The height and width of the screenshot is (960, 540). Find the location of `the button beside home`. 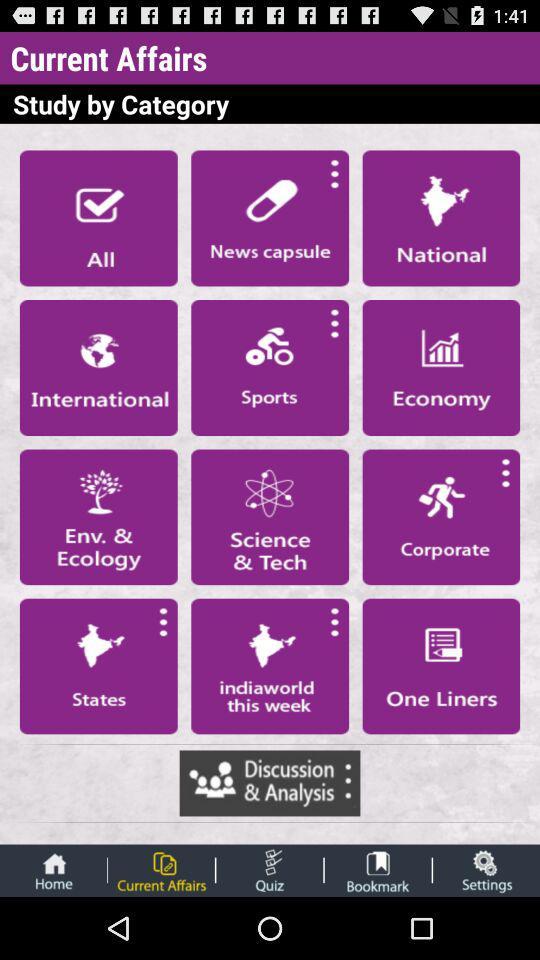

the button beside home is located at coordinates (160, 870).